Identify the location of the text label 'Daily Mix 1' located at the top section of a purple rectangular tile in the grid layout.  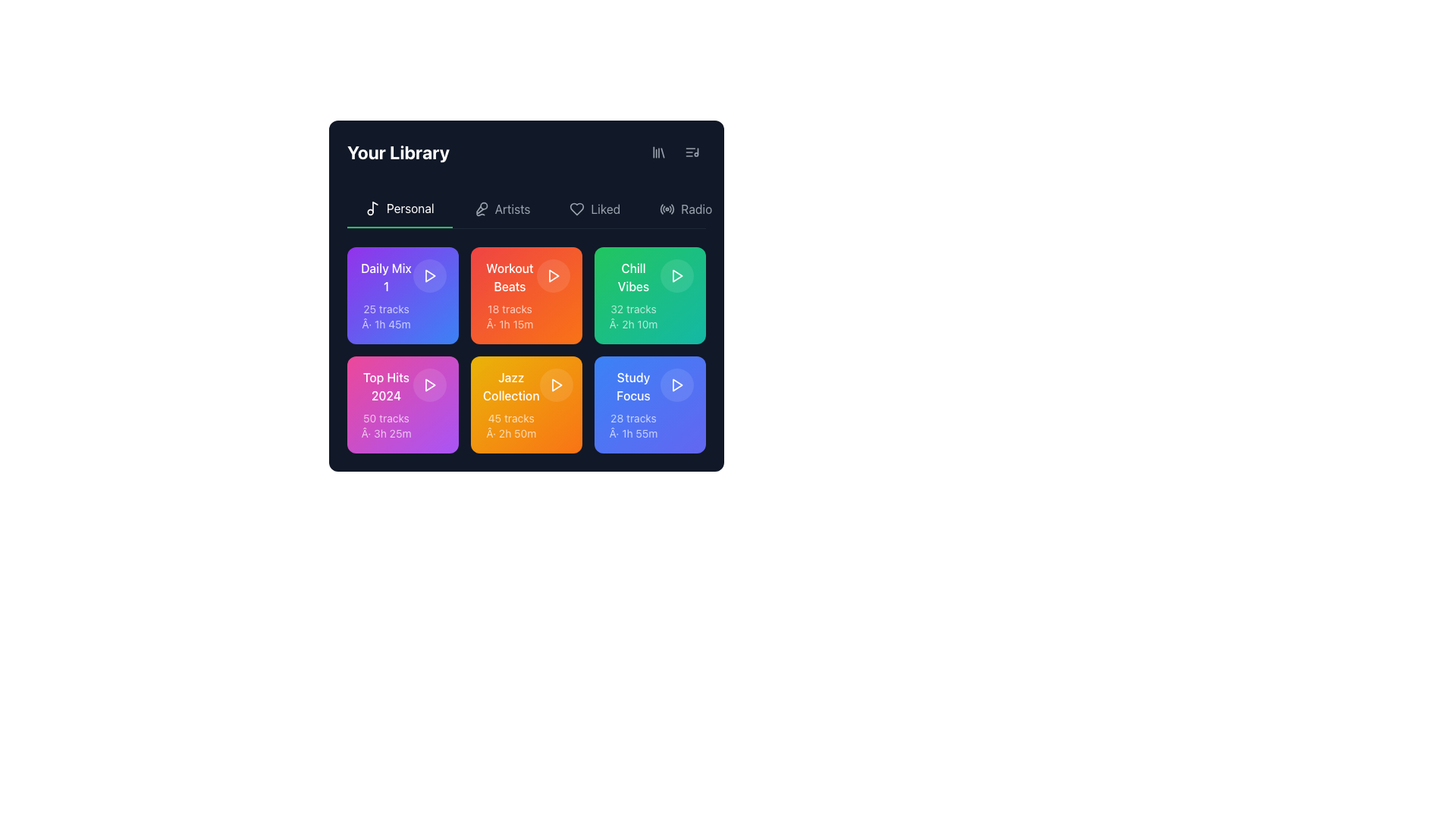
(386, 278).